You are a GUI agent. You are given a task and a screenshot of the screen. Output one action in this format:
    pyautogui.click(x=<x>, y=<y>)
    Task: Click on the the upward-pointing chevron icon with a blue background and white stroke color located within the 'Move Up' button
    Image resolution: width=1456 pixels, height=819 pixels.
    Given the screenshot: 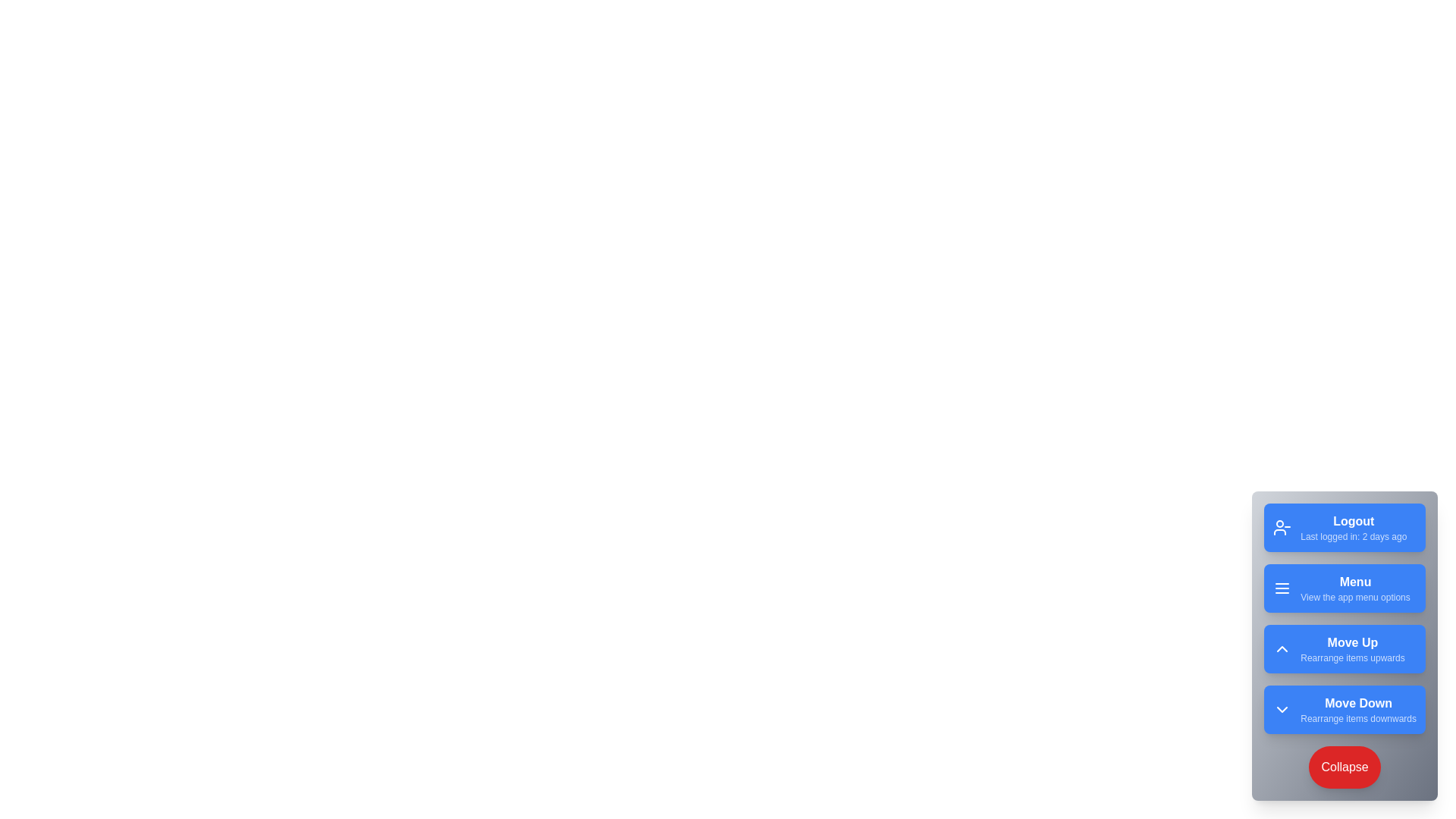 What is the action you would take?
    pyautogui.click(x=1282, y=648)
    